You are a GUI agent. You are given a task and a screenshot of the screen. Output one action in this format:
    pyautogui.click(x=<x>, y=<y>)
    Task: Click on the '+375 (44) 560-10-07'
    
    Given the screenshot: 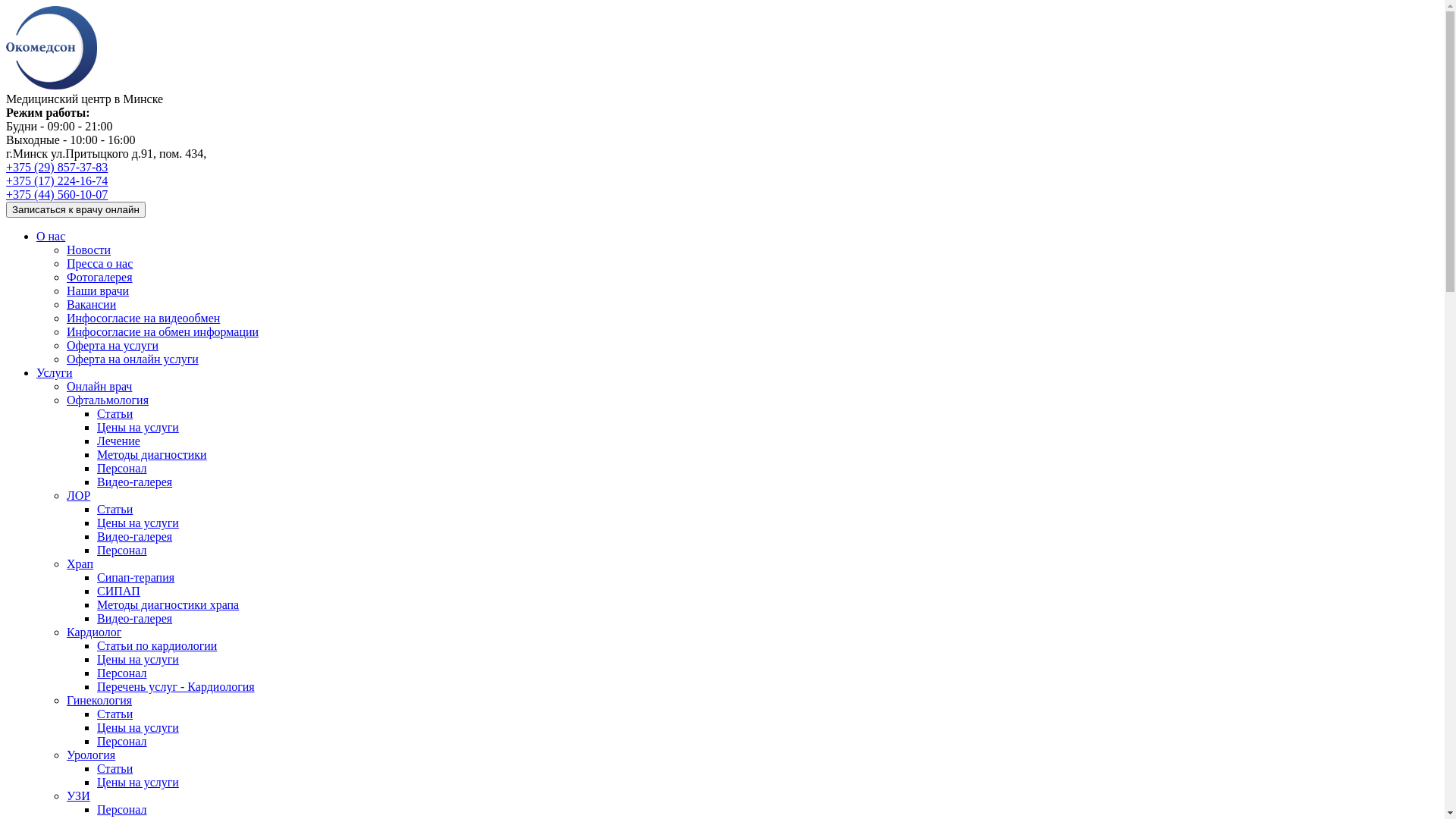 What is the action you would take?
    pyautogui.click(x=57, y=193)
    